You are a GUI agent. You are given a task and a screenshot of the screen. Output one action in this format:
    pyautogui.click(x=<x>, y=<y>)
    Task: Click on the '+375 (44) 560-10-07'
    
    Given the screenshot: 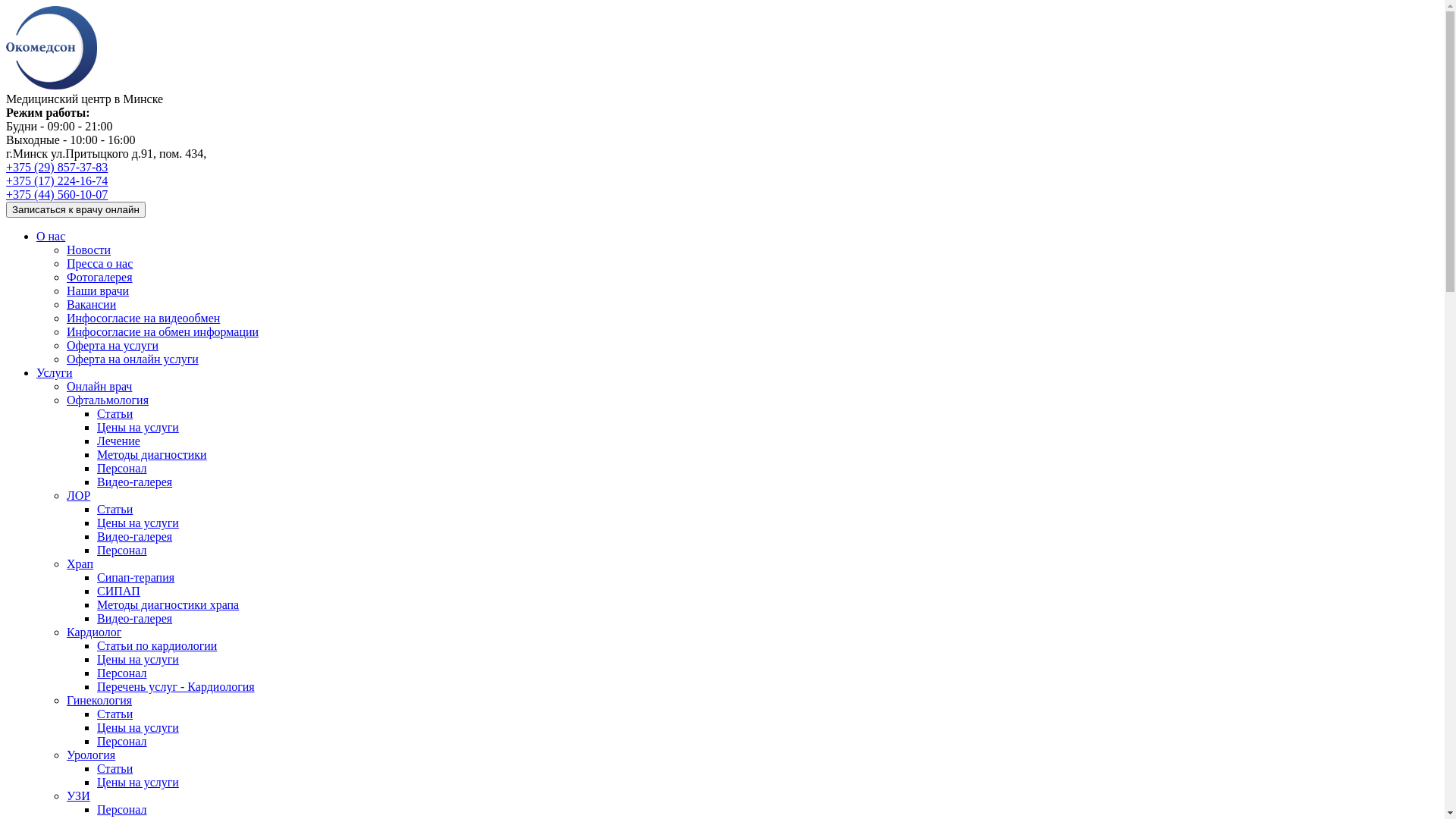 What is the action you would take?
    pyautogui.click(x=57, y=193)
    